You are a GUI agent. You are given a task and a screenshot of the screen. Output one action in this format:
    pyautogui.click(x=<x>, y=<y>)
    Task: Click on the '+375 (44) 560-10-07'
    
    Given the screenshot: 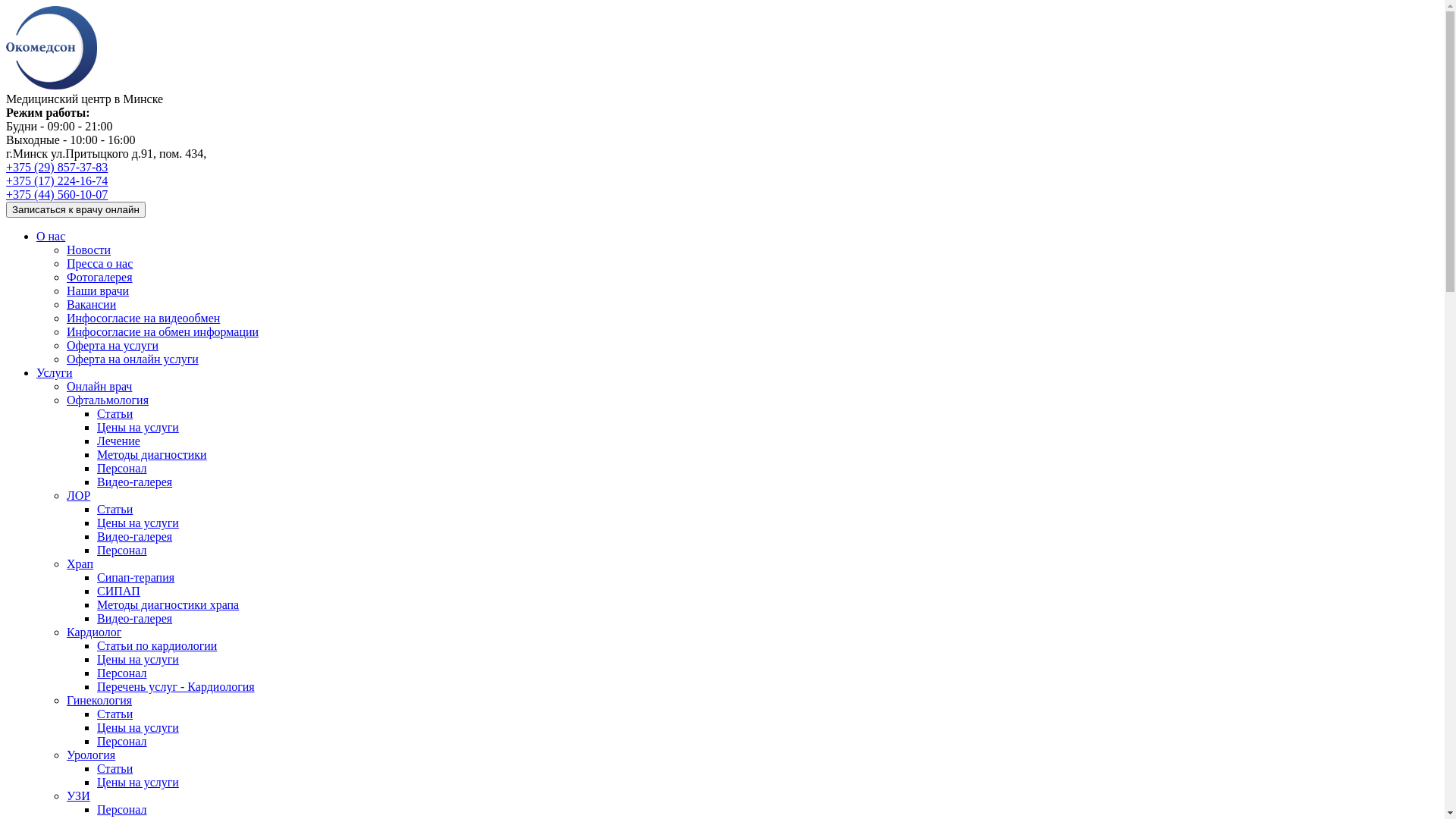 What is the action you would take?
    pyautogui.click(x=57, y=193)
    